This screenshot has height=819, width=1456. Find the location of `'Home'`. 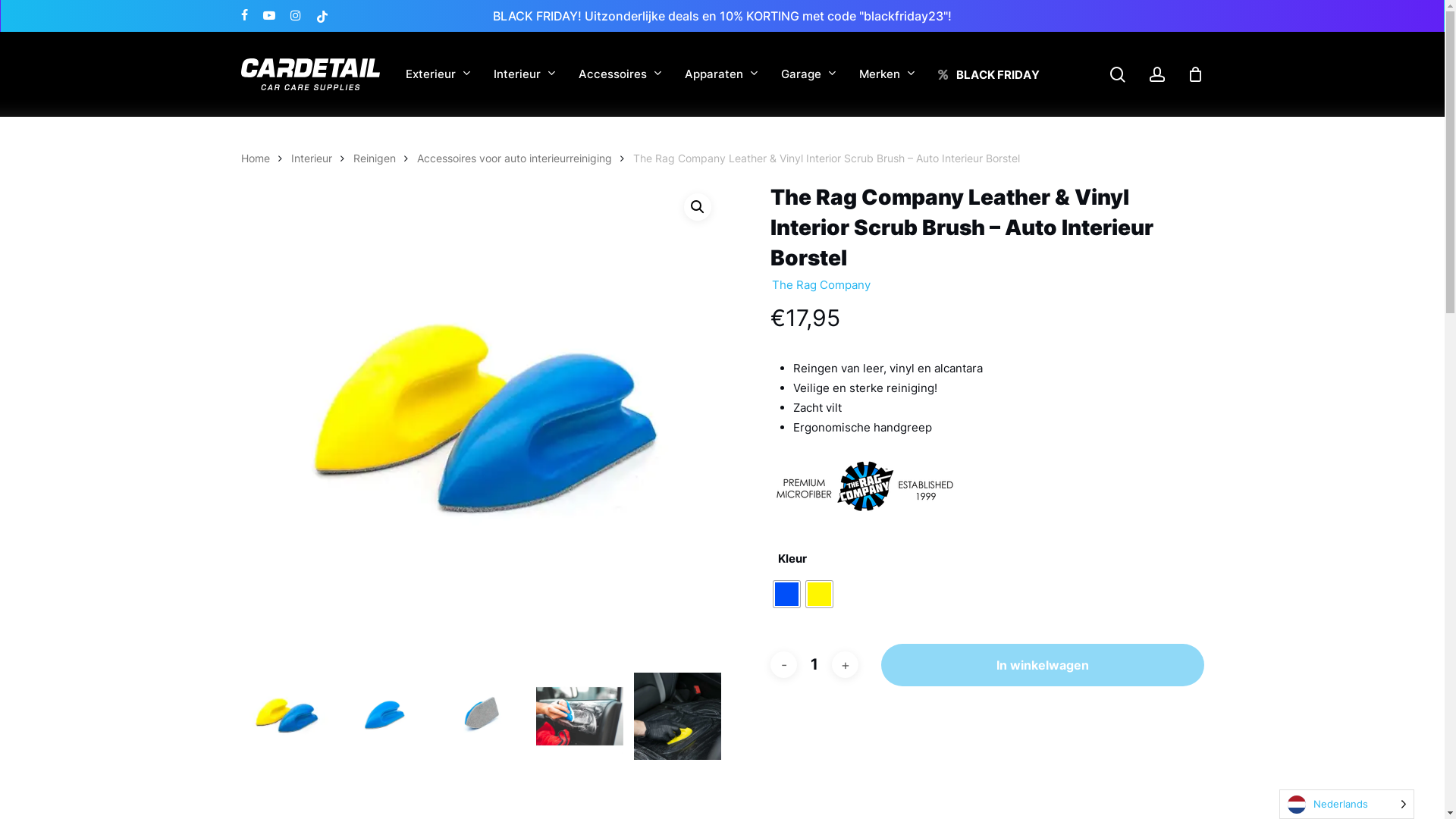

'Home' is located at coordinates (255, 158).